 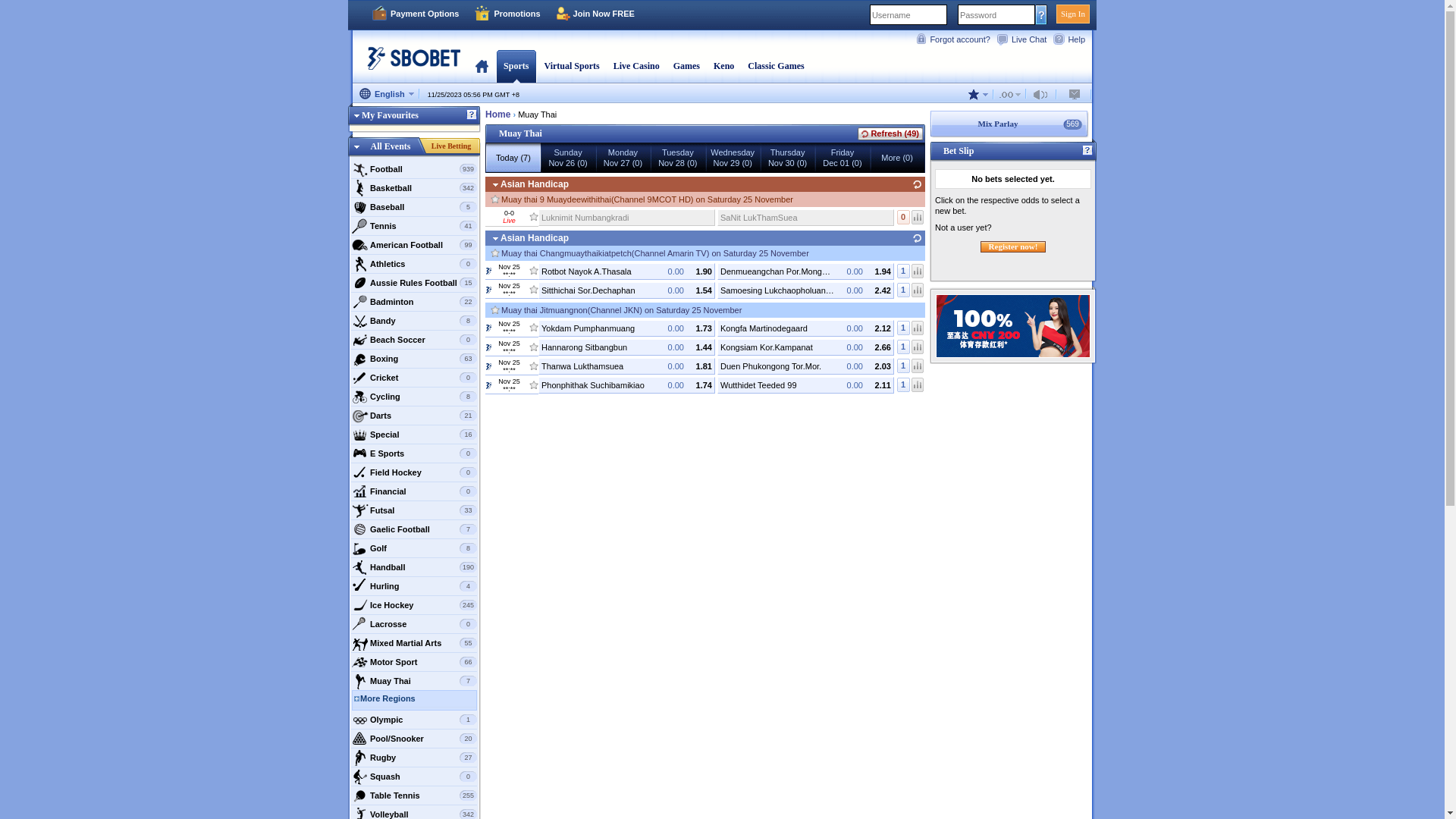 I want to click on 'Register now!', so click(x=980, y=246).